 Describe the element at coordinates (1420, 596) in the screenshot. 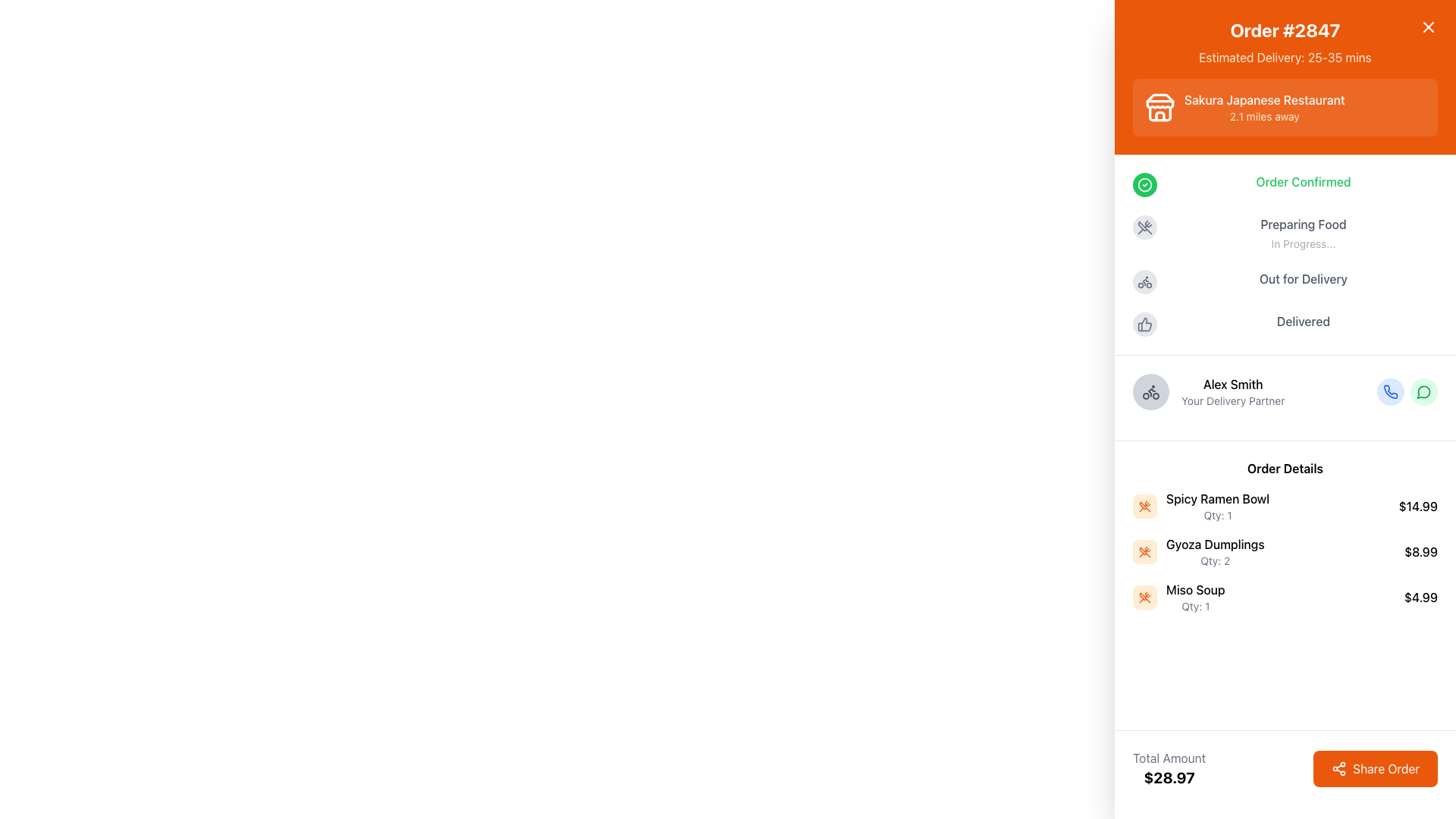

I see `the static text label displaying the cost of 'Miso Soup', located at the far-right of its row adjacent to the quantity` at that location.